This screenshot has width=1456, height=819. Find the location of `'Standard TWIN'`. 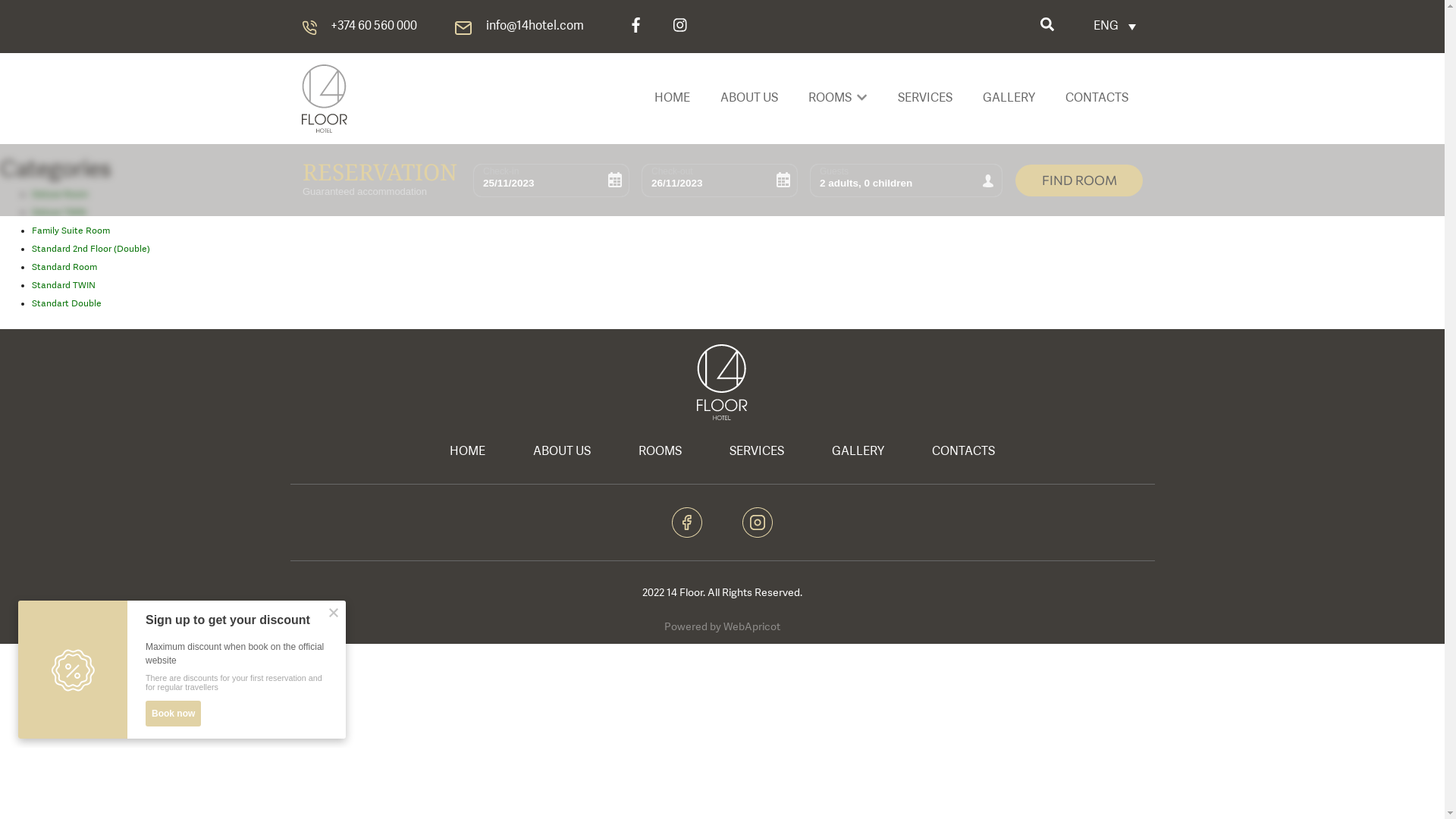

'Standard TWIN' is located at coordinates (62, 286).